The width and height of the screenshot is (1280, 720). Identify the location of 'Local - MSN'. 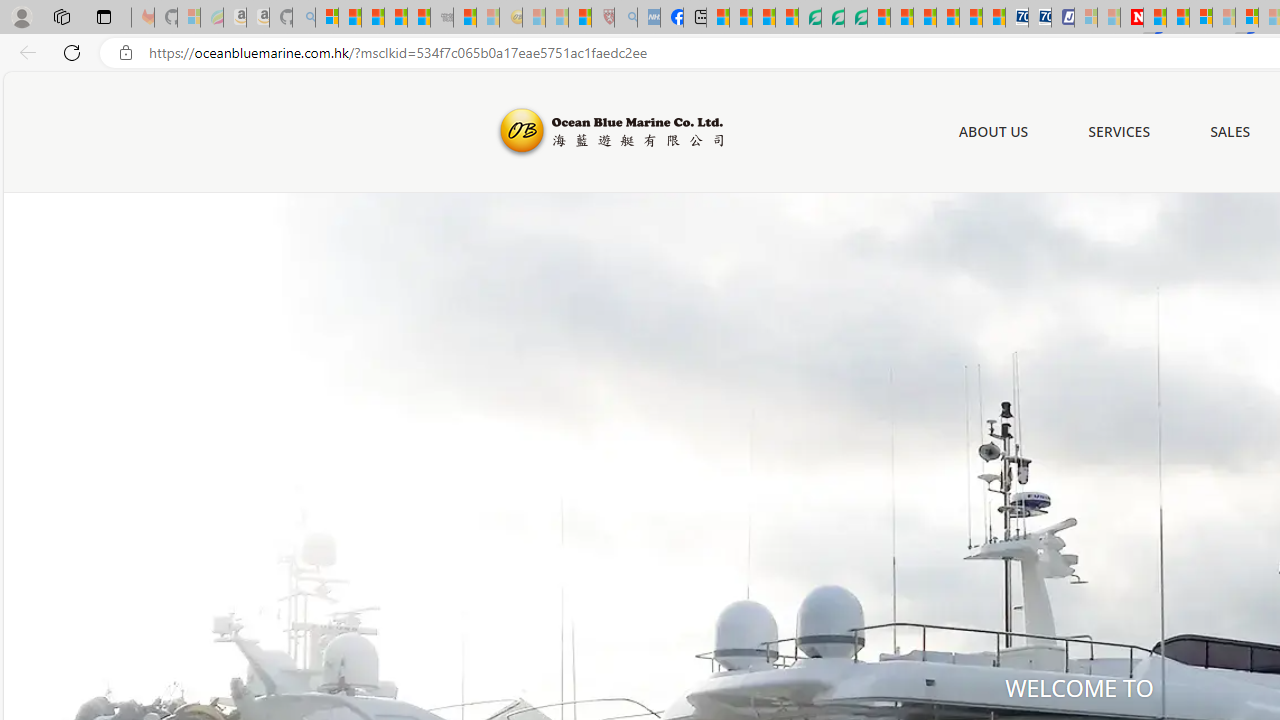
(579, 17).